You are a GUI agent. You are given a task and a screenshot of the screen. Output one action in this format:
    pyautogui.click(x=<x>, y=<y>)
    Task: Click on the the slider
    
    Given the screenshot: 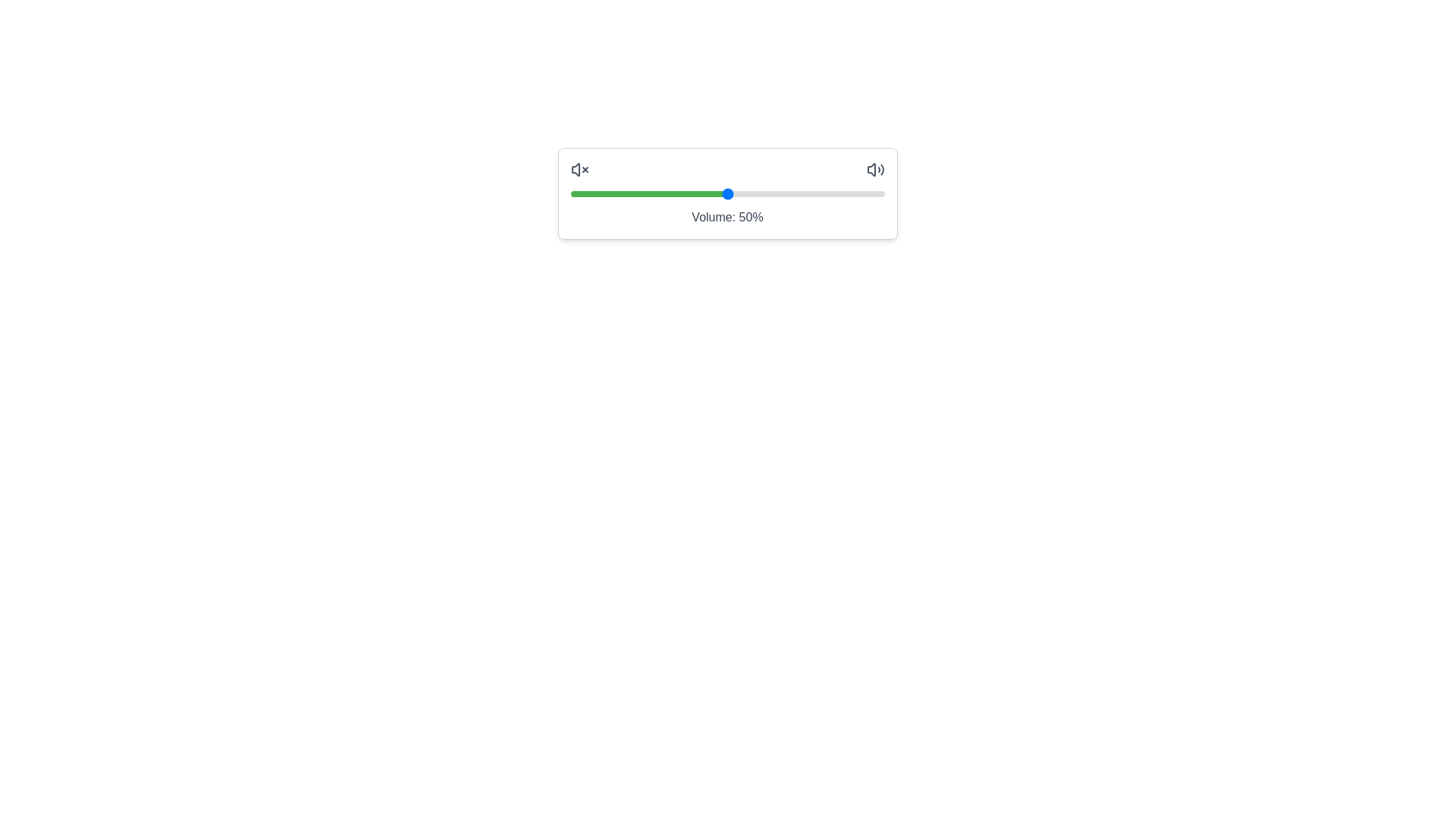 What is the action you would take?
    pyautogui.click(x=726, y=193)
    